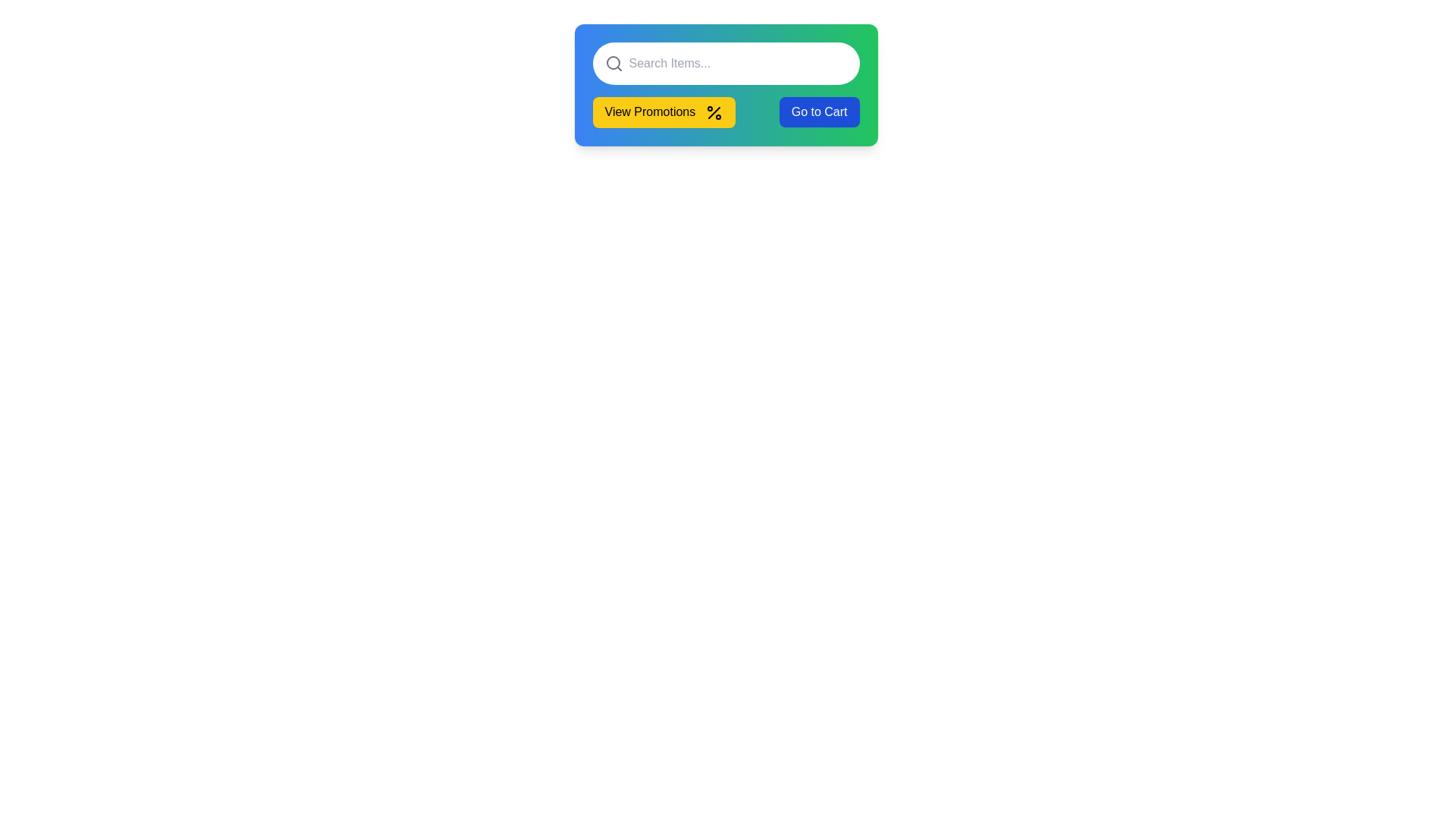 This screenshot has height=819, width=1456. What do you see at coordinates (613, 62) in the screenshot?
I see `the central circular part of the magnifying glass graphic, which is the Icon component within the search icon located at the left side of the search bar in the navigation area` at bounding box center [613, 62].